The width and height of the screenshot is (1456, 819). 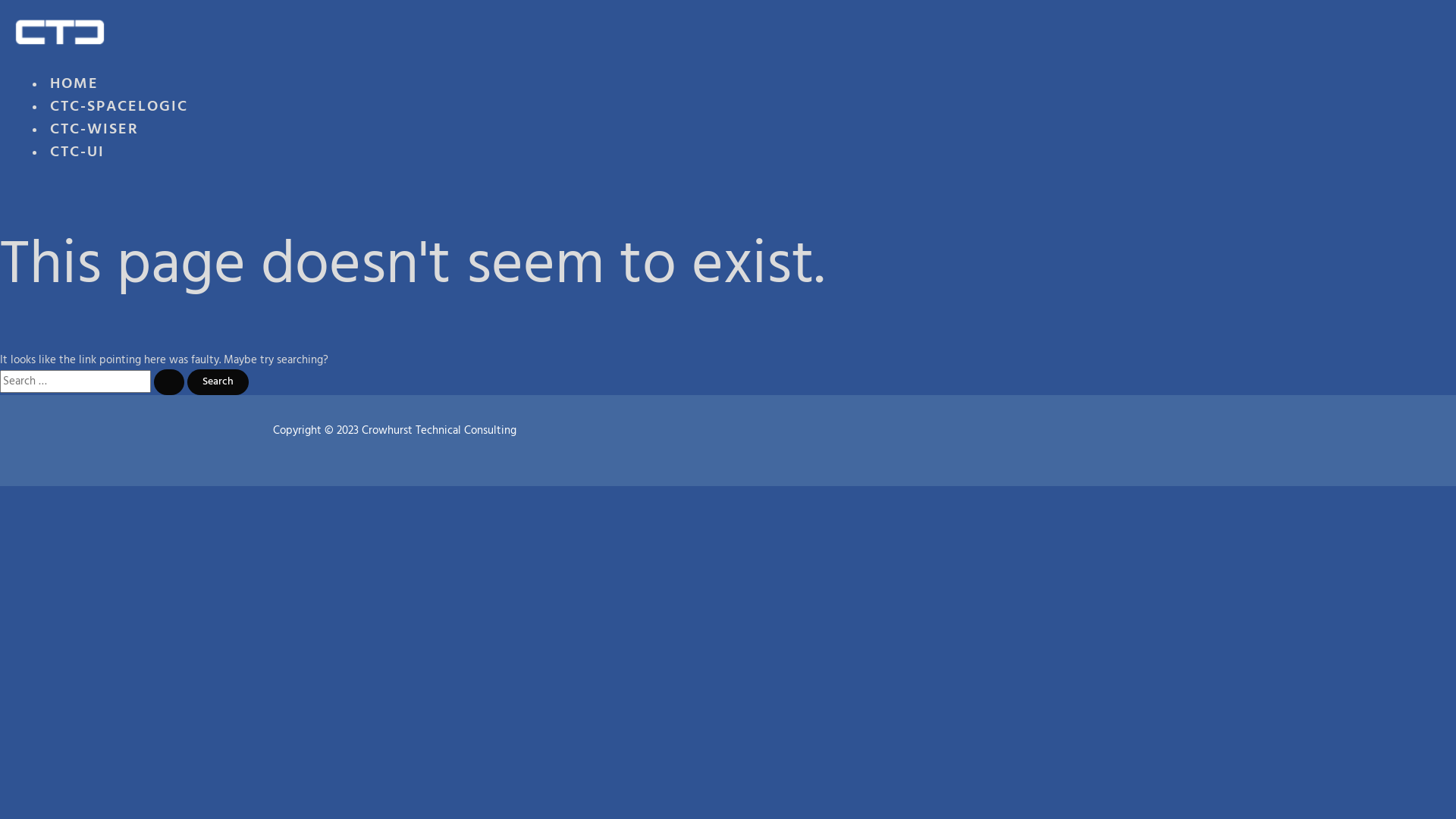 What do you see at coordinates (93, 133) in the screenshot?
I see `'CTC-WISER'` at bounding box center [93, 133].